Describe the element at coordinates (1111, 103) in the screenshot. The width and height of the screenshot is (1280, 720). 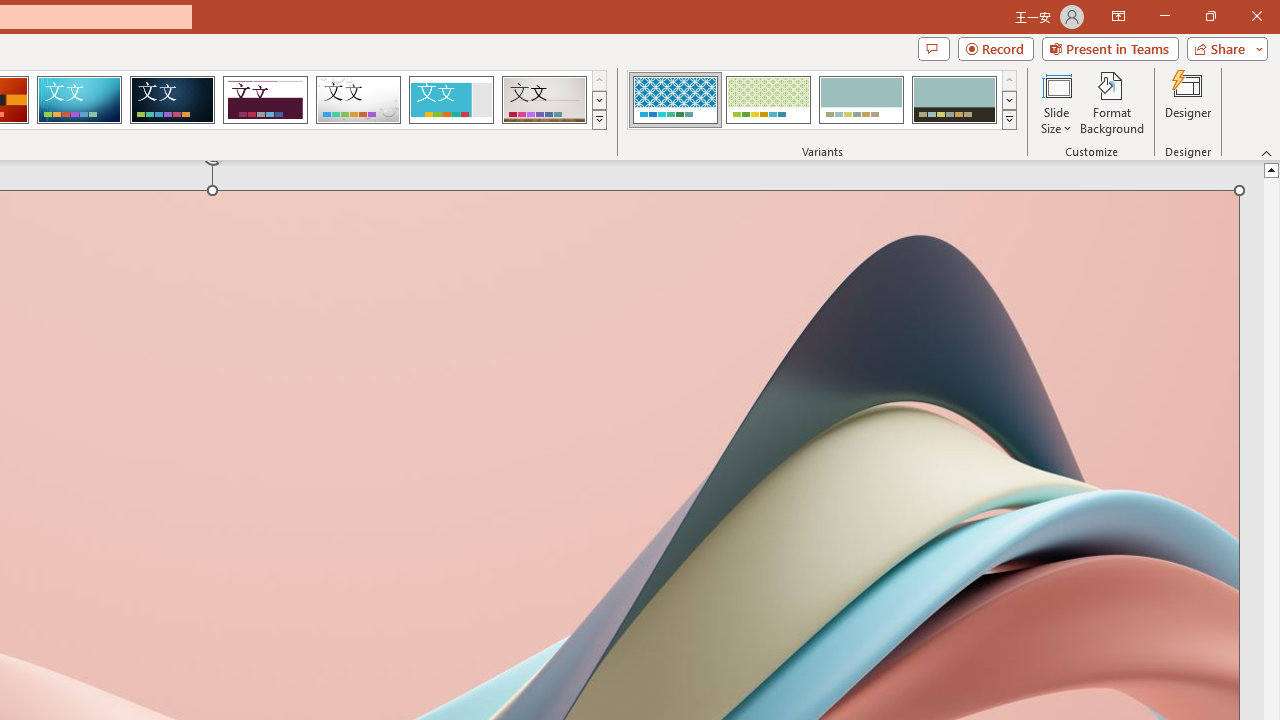
I see `'Format Background'` at that location.